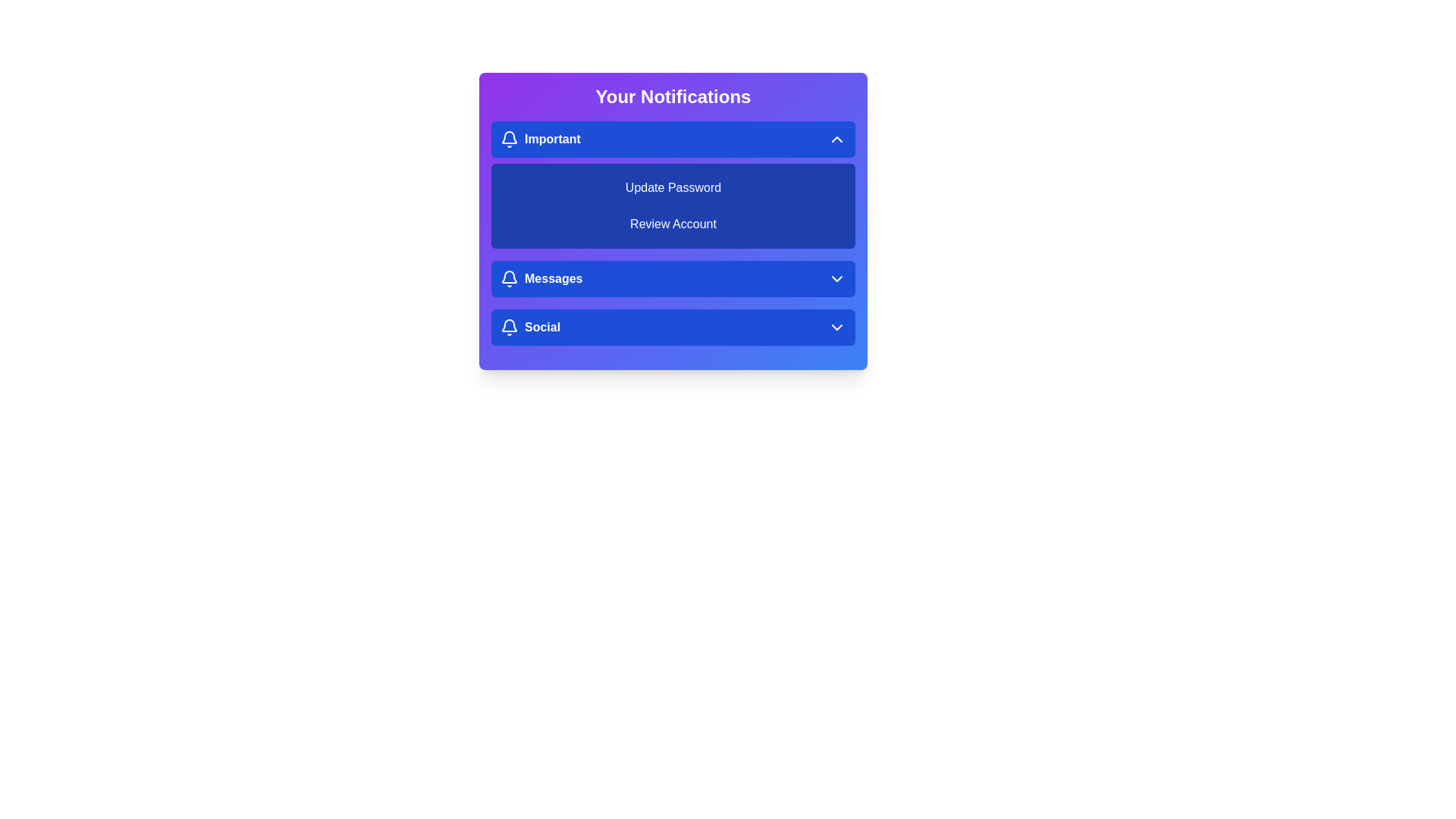 The image size is (1456, 819). What do you see at coordinates (673, 278) in the screenshot?
I see `the notification category Messages to preview its details` at bounding box center [673, 278].